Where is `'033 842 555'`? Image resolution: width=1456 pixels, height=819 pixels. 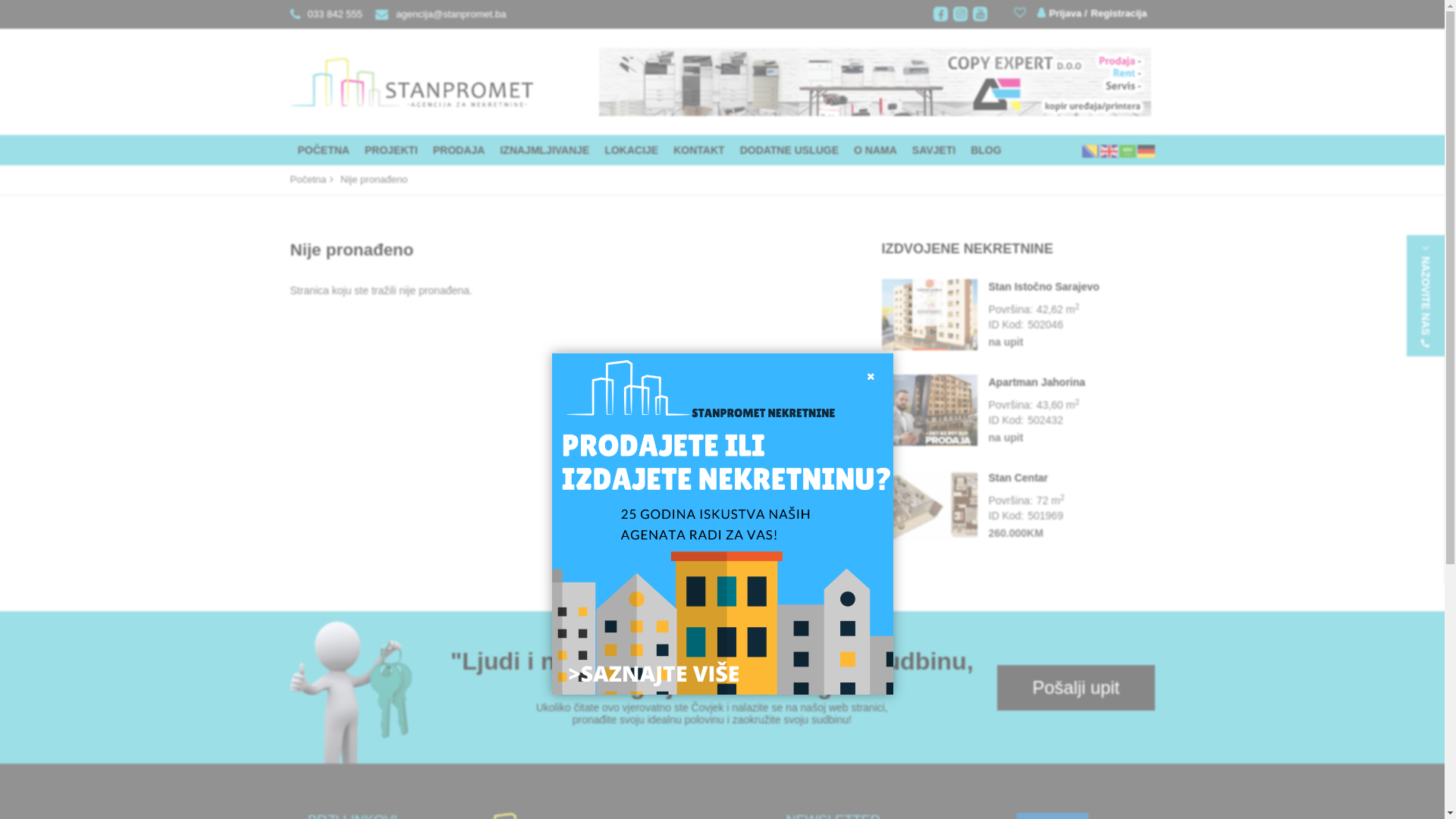 '033 842 555' is located at coordinates (290, 14).